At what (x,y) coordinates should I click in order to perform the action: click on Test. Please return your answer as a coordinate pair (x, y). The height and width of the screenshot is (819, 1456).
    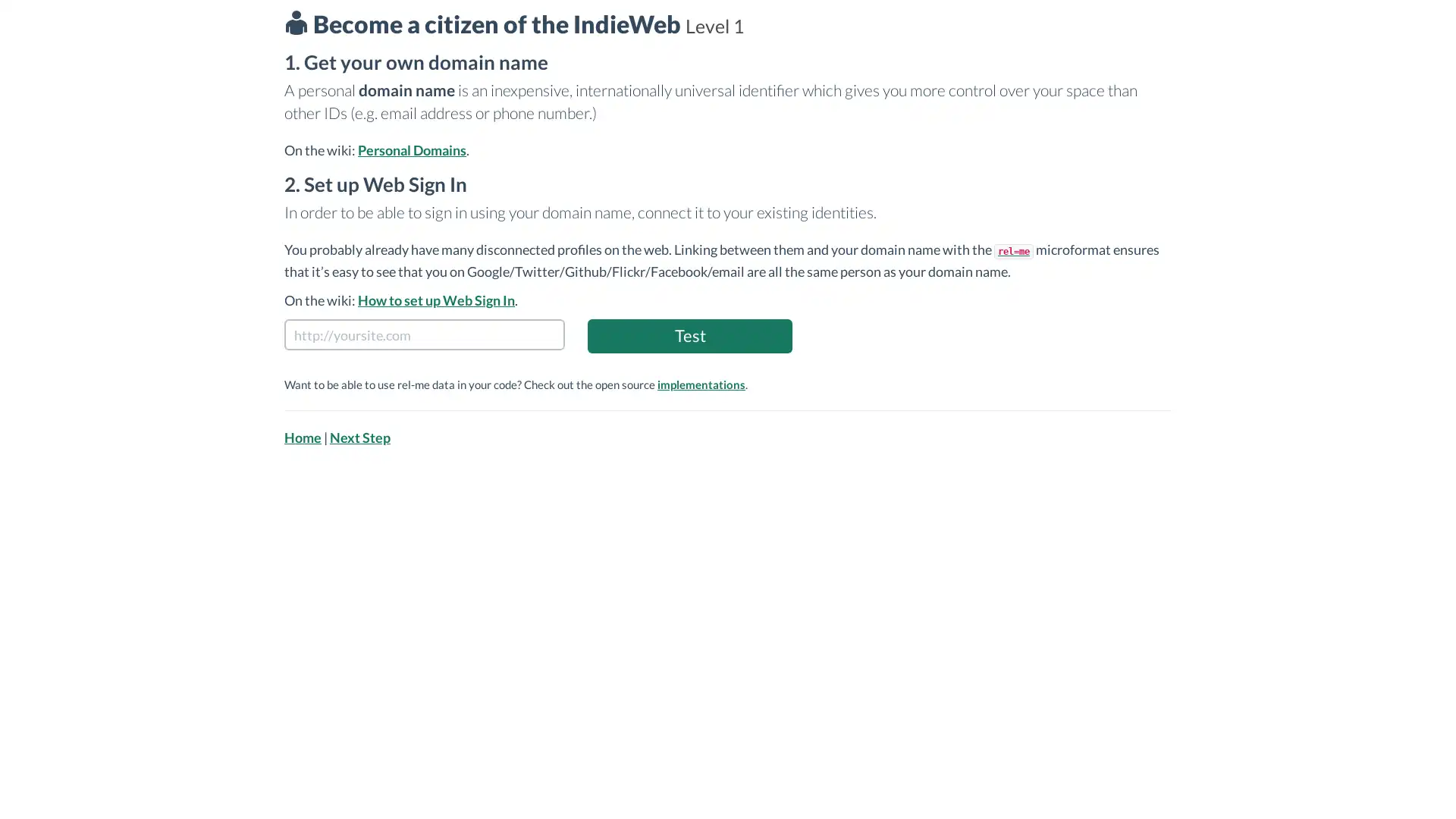
    Looking at the image, I should click on (689, 335).